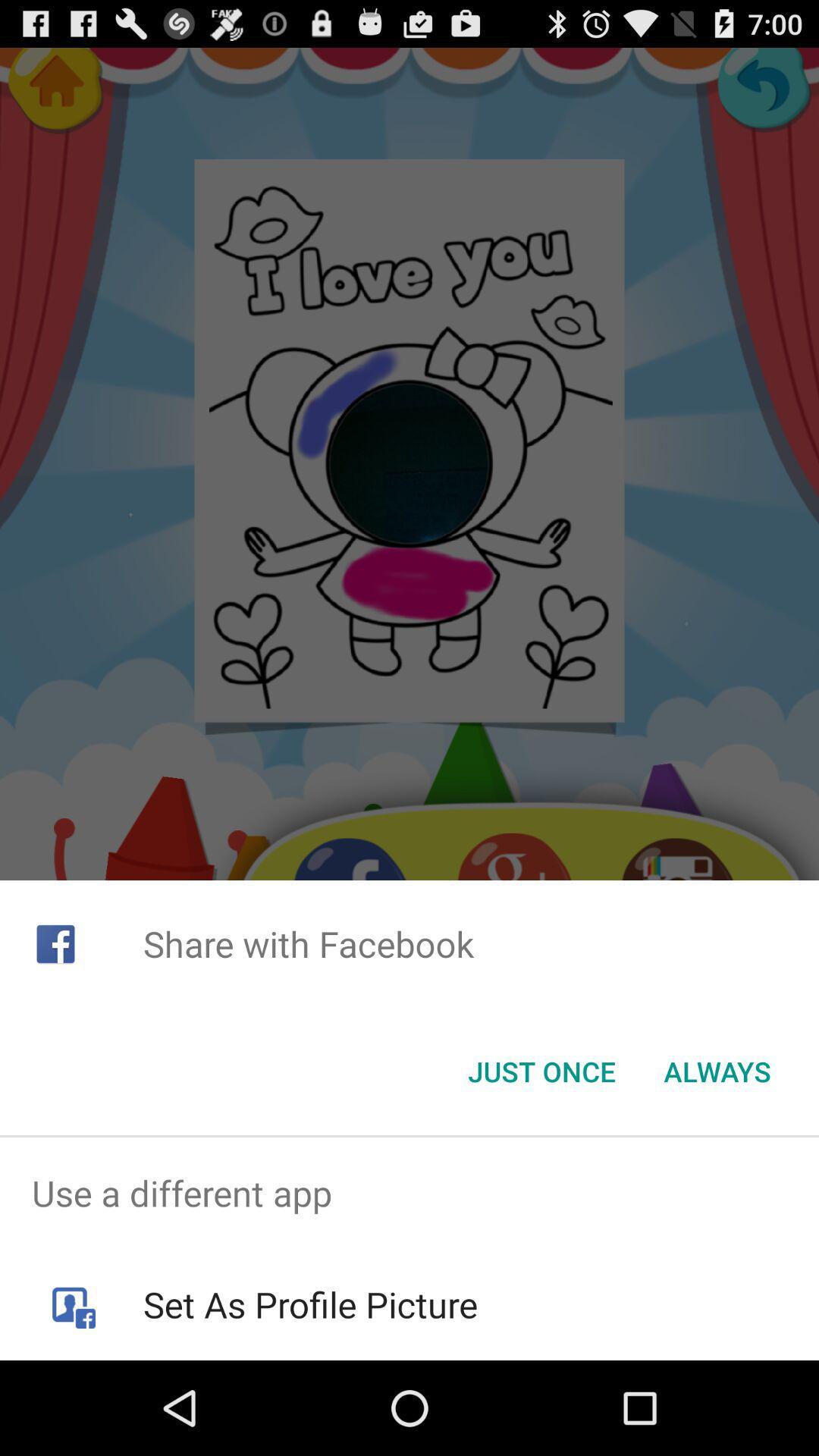  What do you see at coordinates (541, 1070) in the screenshot?
I see `button next to the always icon` at bounding box center [541, 1070].